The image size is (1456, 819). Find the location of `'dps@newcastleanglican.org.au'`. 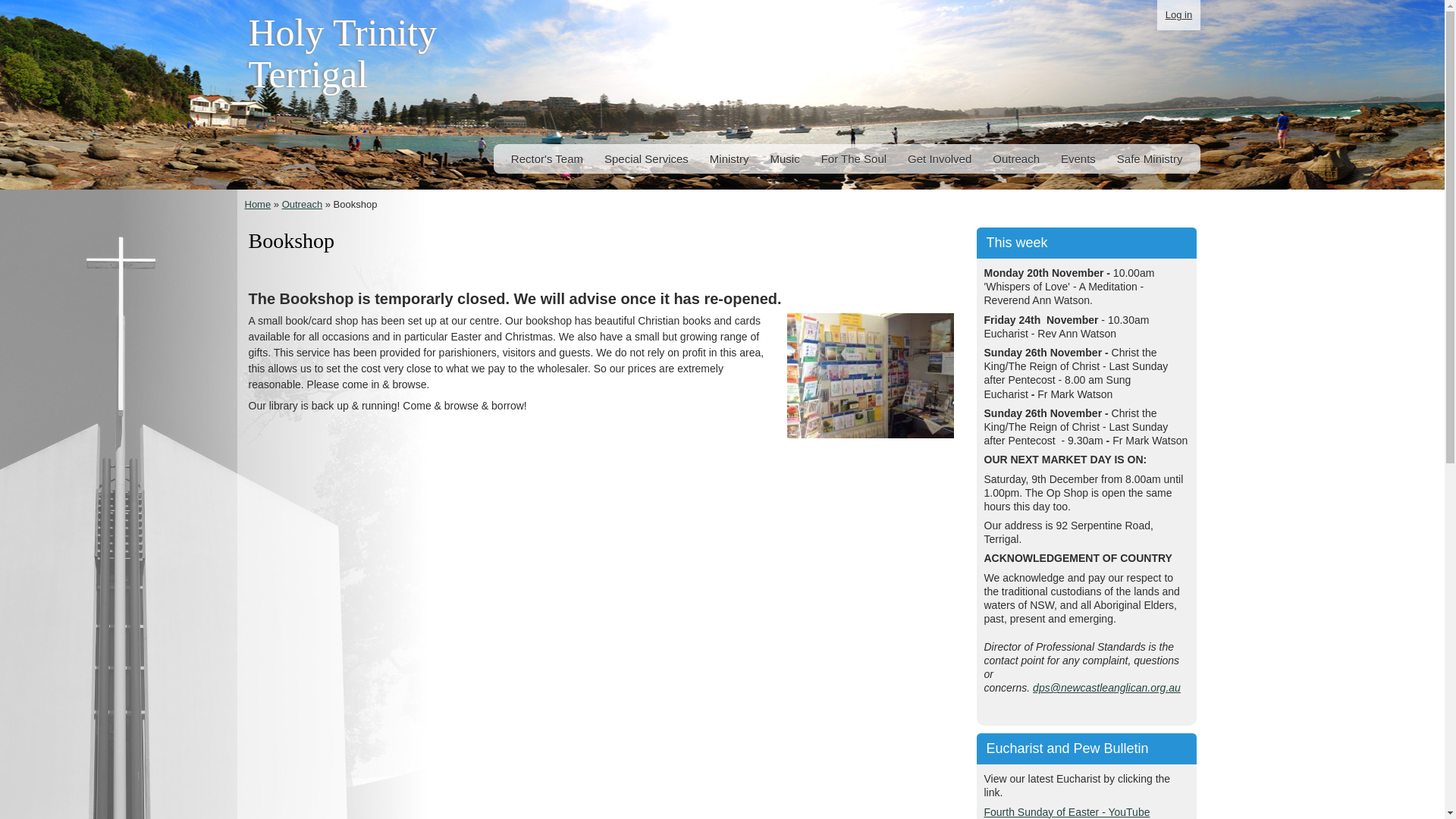

'dps@newcastleanglican.org.au' is located at coordinates (1106, 687).